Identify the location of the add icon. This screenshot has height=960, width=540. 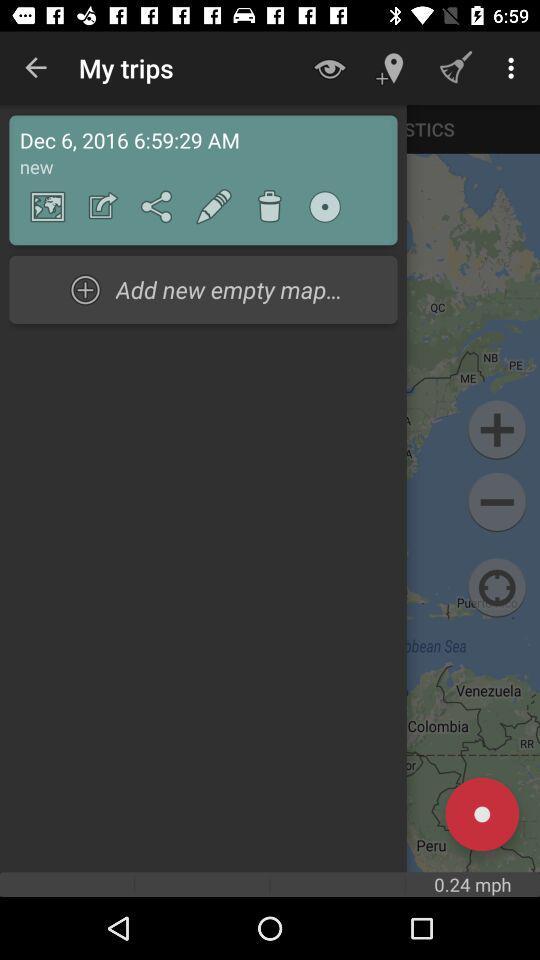
(496, 430).